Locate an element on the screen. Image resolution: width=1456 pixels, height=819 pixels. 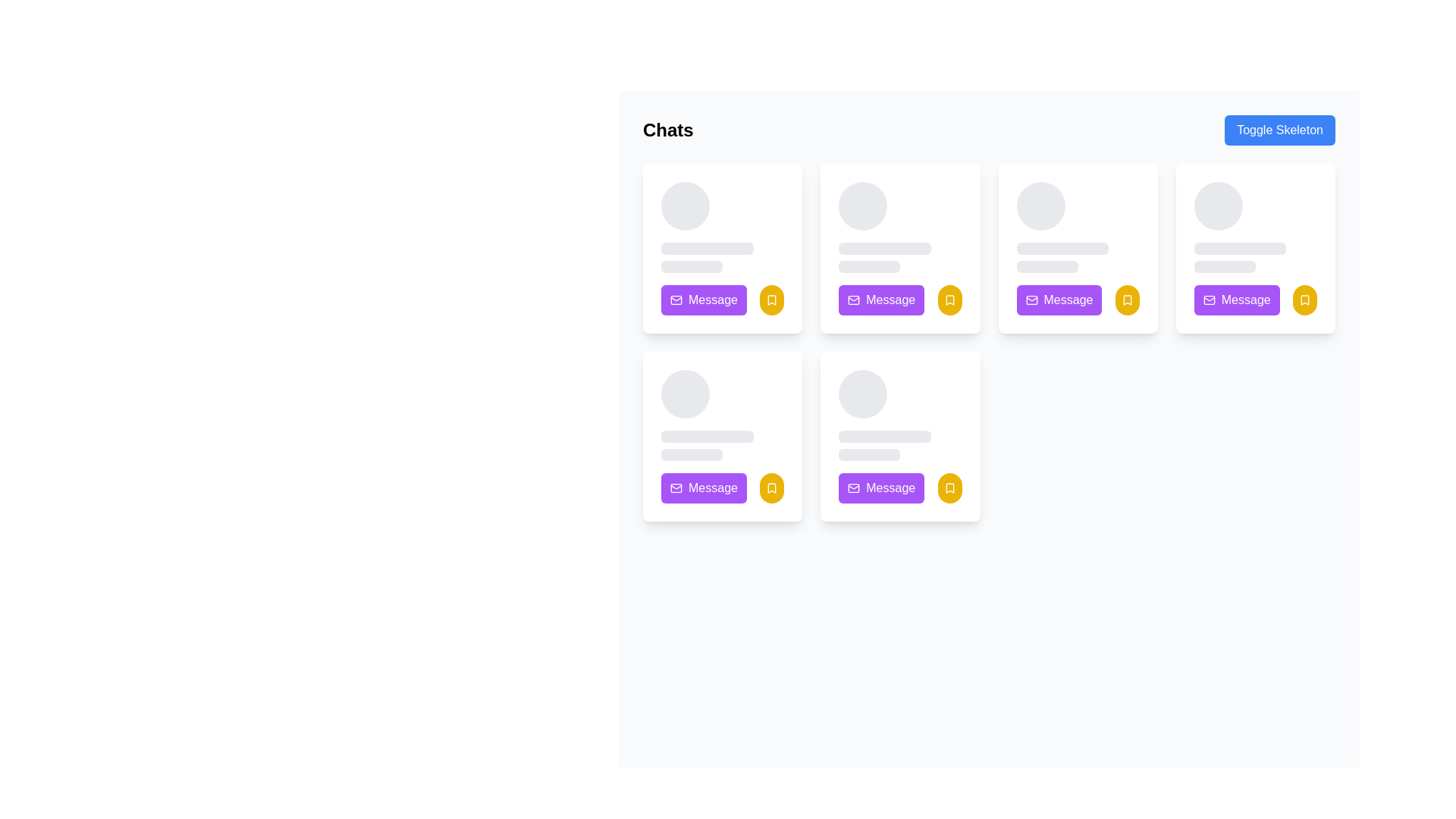
the purple rounded rectangular icon decoration that is part of the mail-like 'Message' button located in the bottom left card of the grid layout is located at coordinates (676, 488).